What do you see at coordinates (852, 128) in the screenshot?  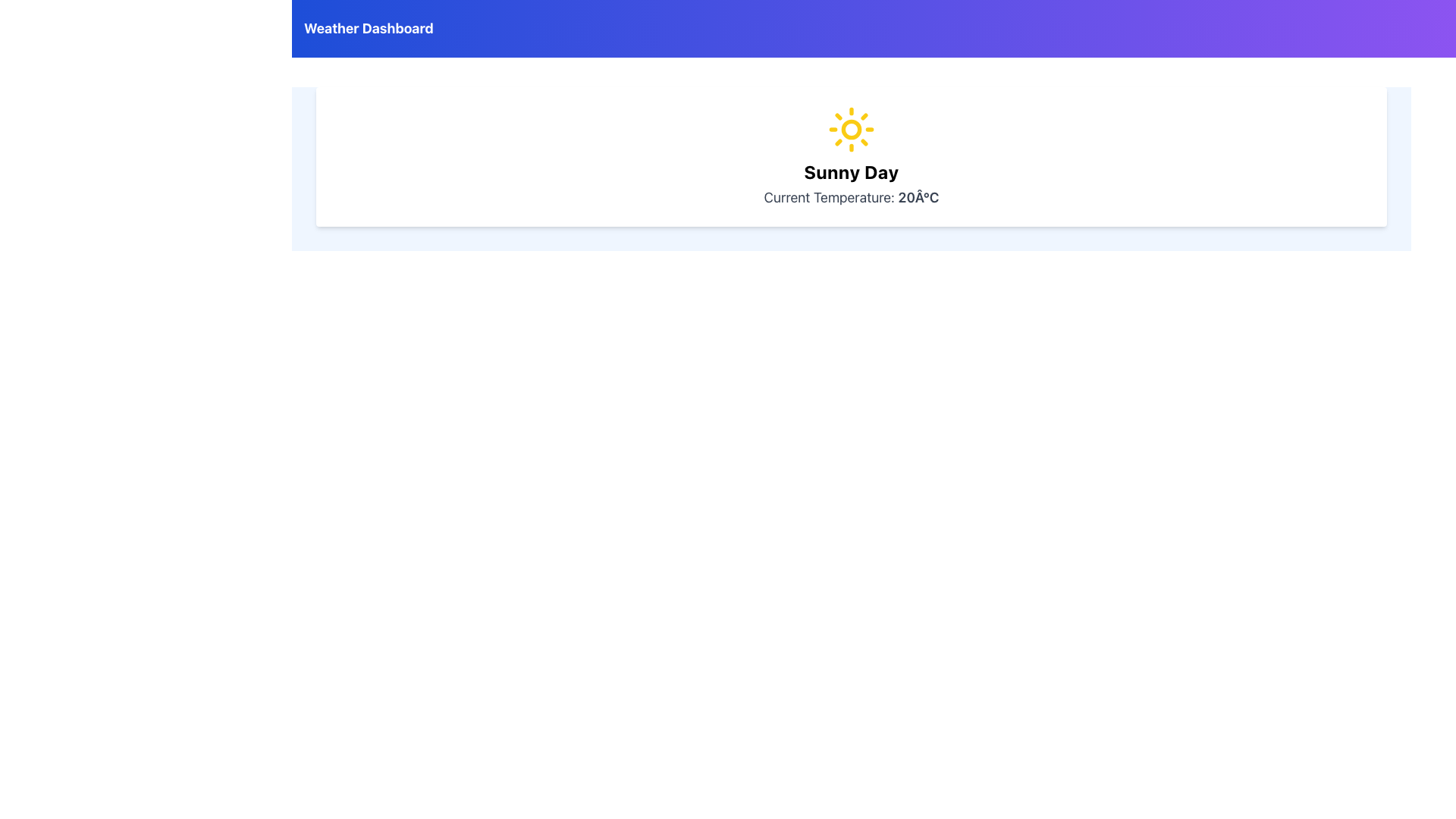 I see `the yellow sun icon located centrally within the weather dashboard section, positioned above the 'Sunny Day' text` at bounding box center [852, 128].